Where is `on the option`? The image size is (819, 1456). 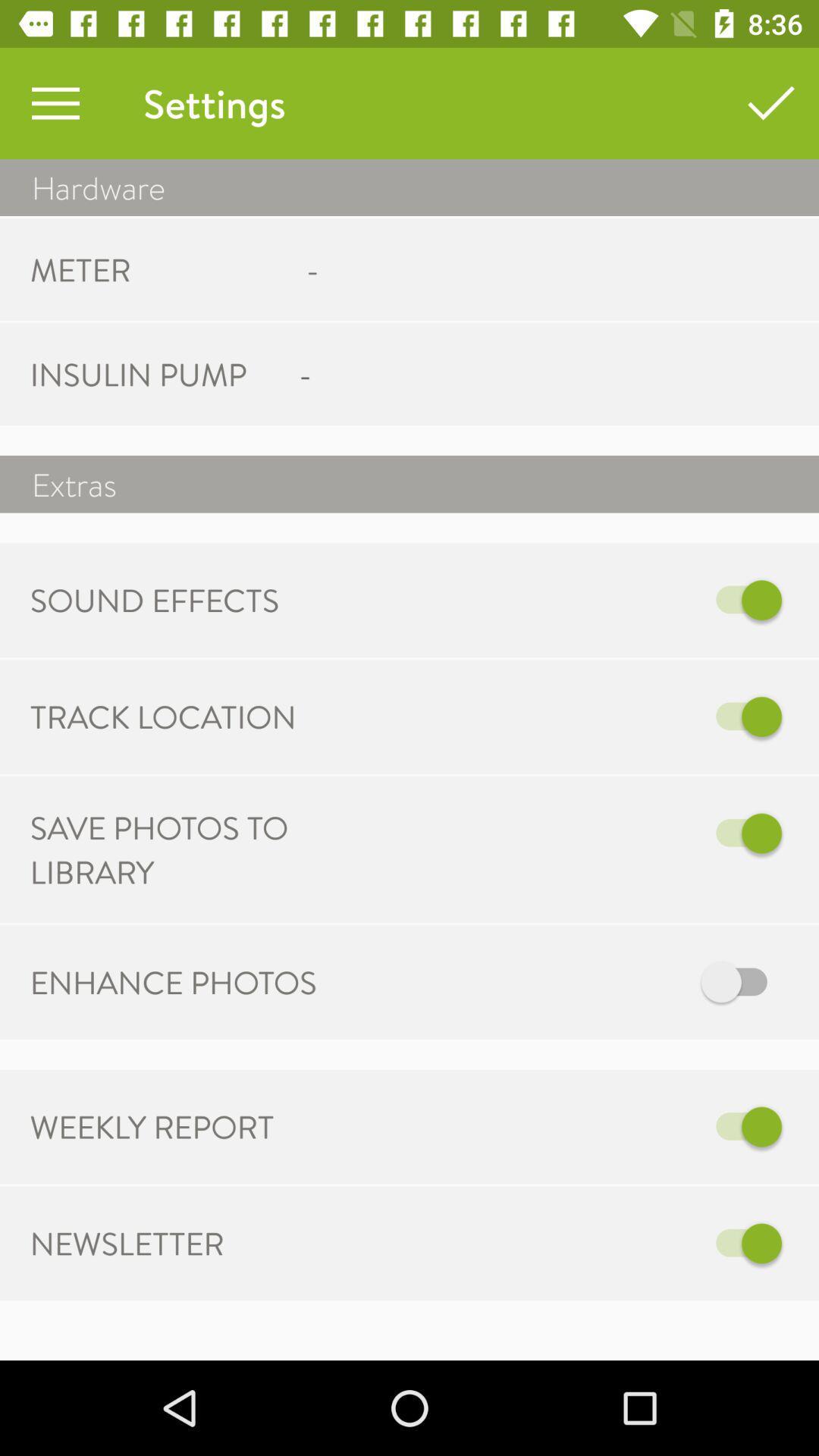
on the option is located at coordinates (566, 1243).